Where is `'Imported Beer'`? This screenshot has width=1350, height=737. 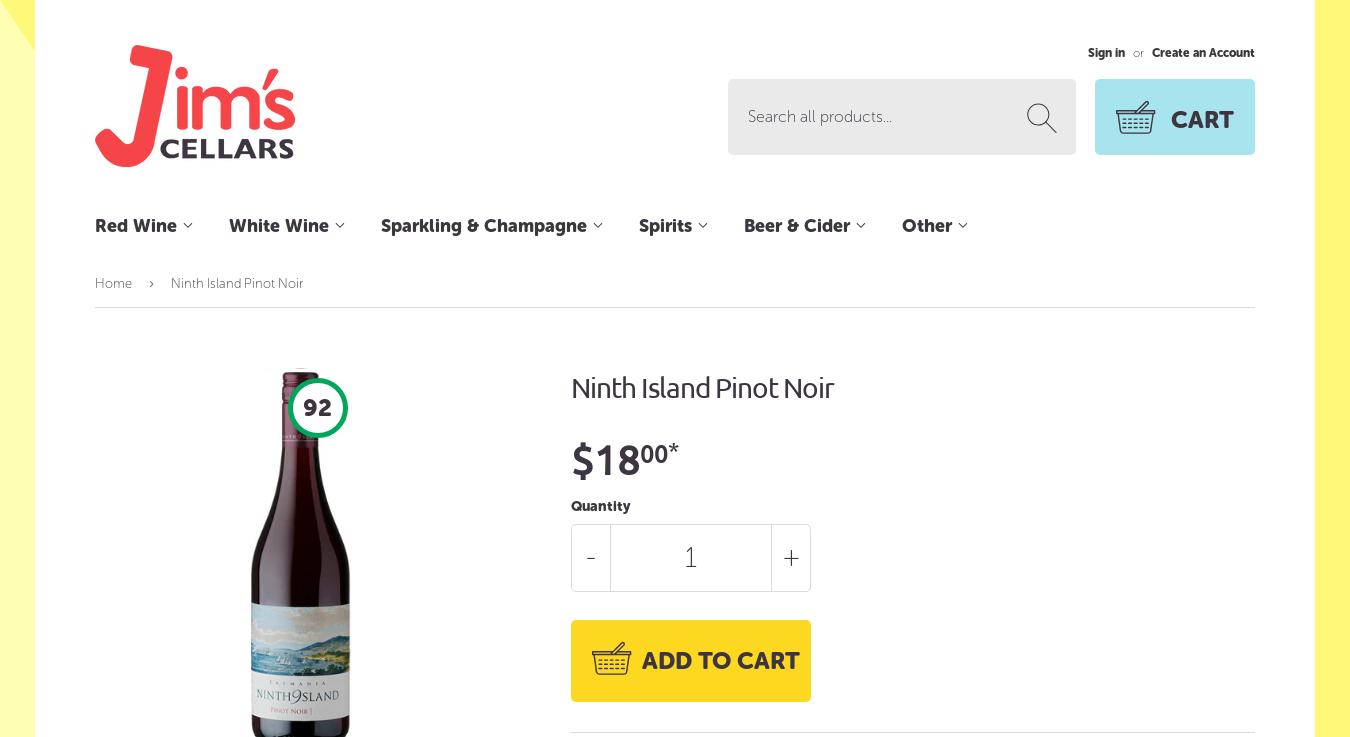 'Imported Beer' is located at coordinates (801, 424).